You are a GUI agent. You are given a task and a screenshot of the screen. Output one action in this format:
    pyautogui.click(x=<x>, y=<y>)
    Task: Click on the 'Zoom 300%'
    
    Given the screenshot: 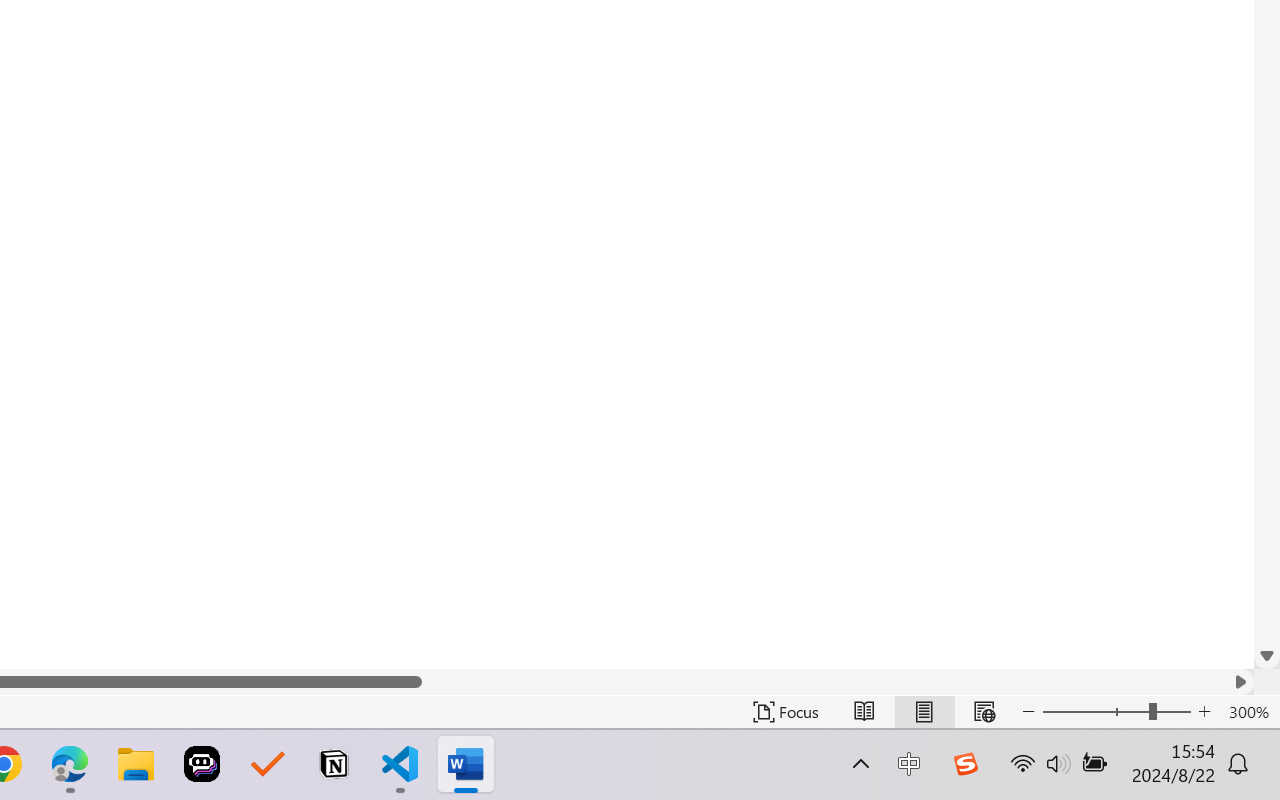 What is the action you would take?
    pyautogui.click(x=1248, y=711)
    